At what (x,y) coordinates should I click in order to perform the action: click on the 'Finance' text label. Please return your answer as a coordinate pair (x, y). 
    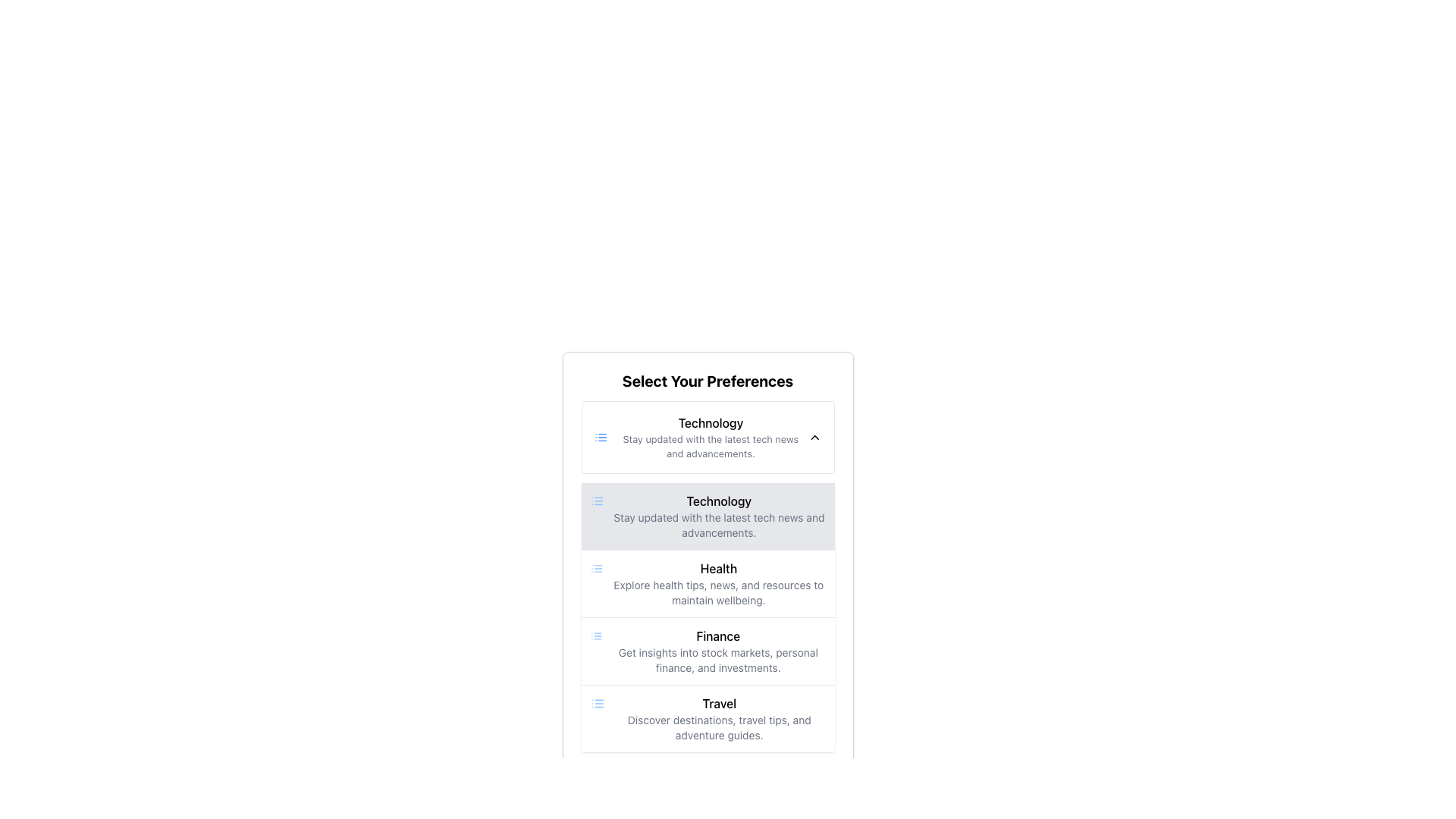
    Looking at the image, I should click on (717, 636).